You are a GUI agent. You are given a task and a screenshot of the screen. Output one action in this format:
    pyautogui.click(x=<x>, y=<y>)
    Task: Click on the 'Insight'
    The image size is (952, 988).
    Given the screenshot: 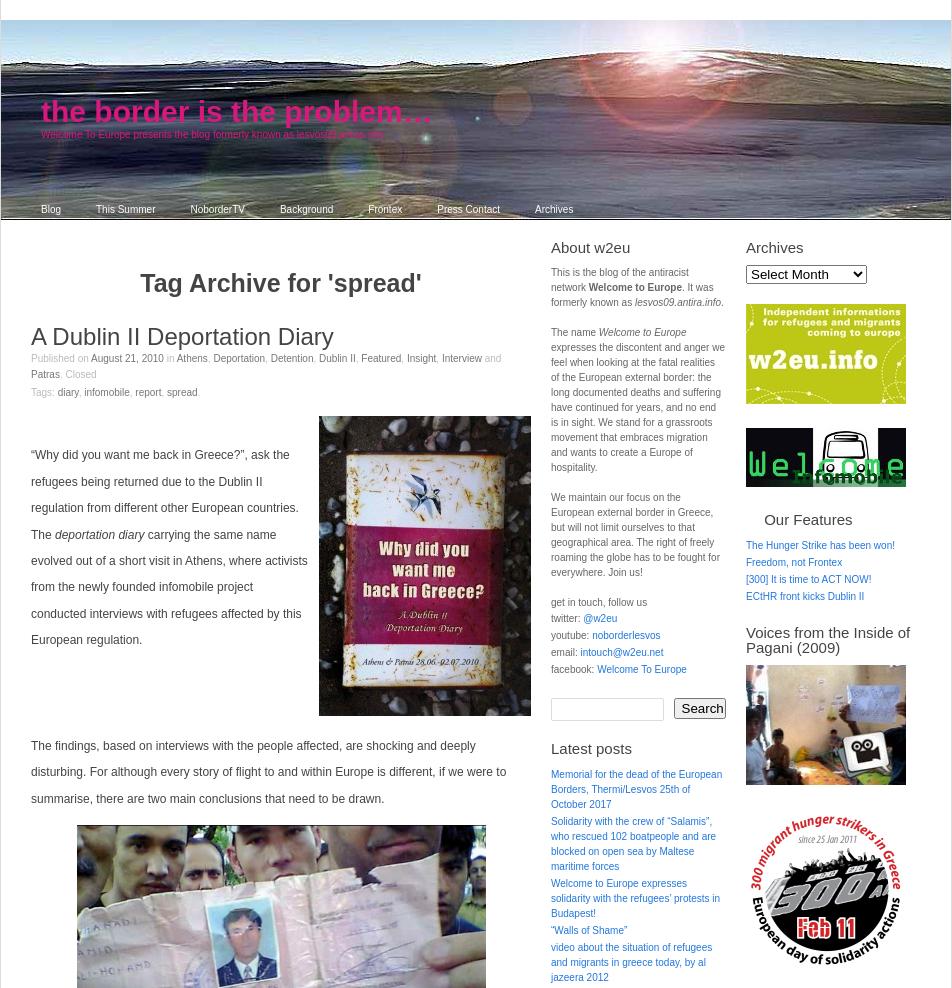 What is the action you would take?
    pyautogui.click(x=406, y=358)
    